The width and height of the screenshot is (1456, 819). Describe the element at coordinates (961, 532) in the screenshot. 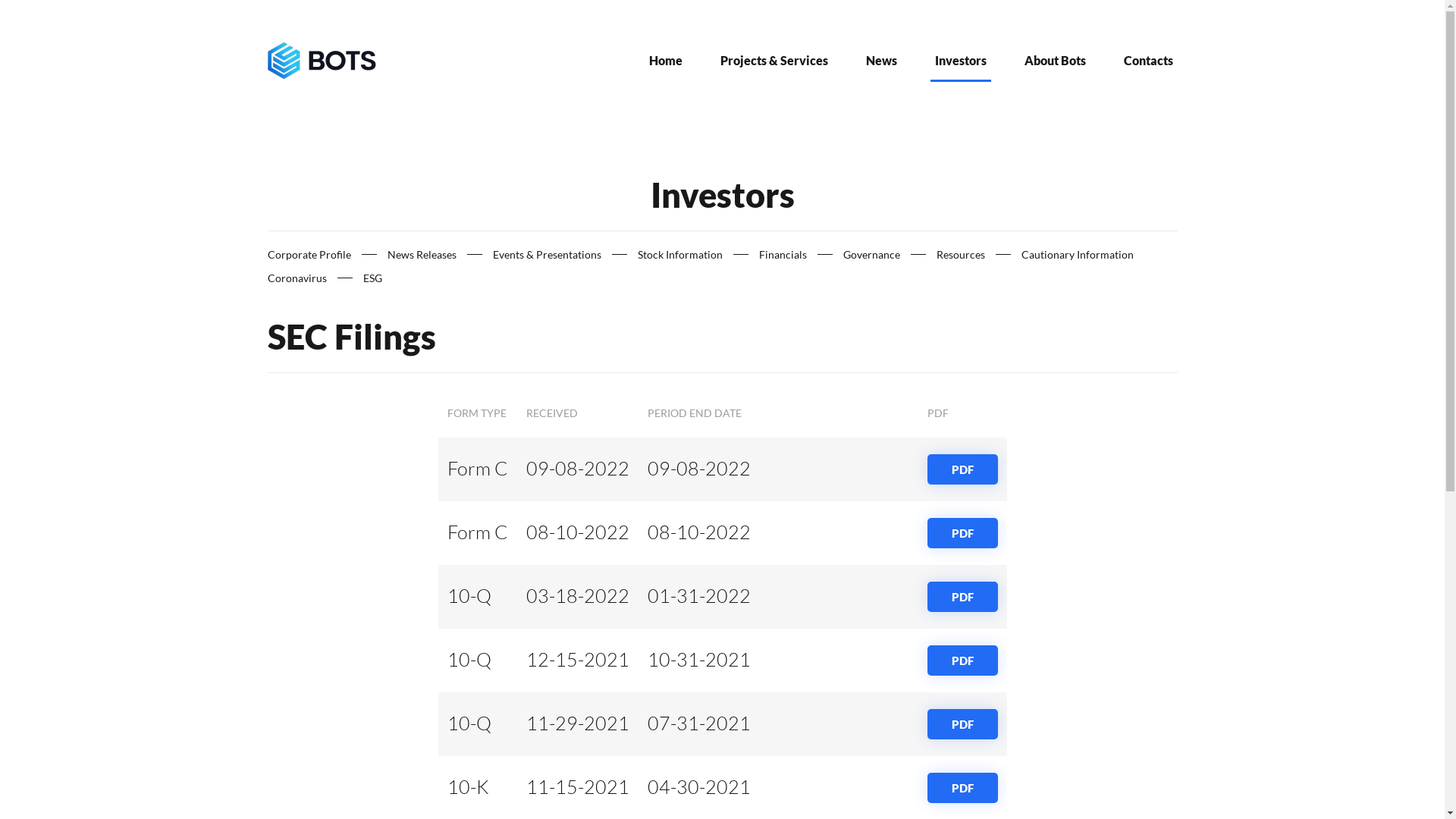

I see `'PDF'` at that location.